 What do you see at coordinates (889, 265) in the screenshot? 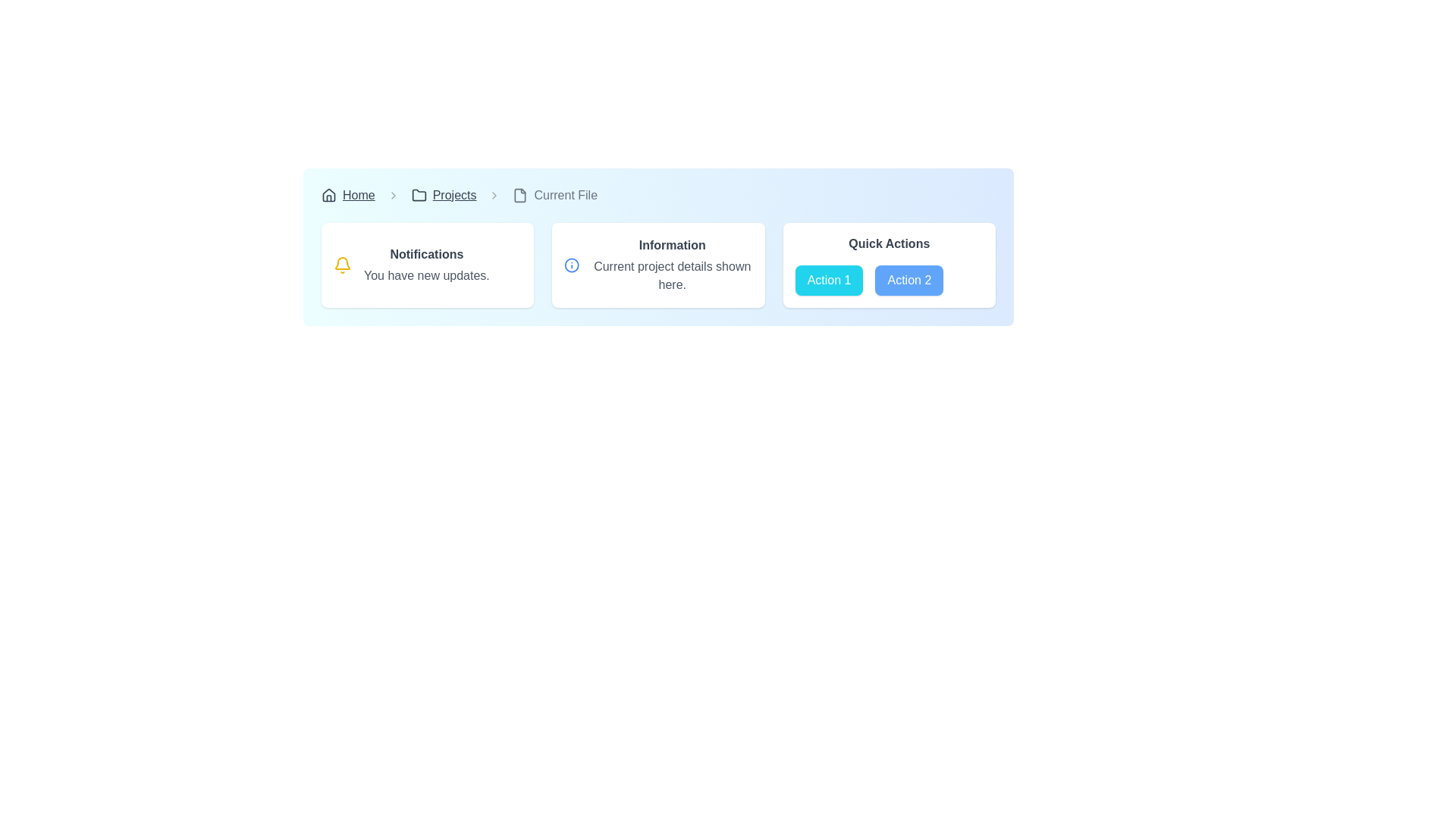
I see `the button labeled 'Action 2' in the third panel of the quick action section, which is located on the rightmost side of a row containing similar panels` at bounding box center [889, 265].